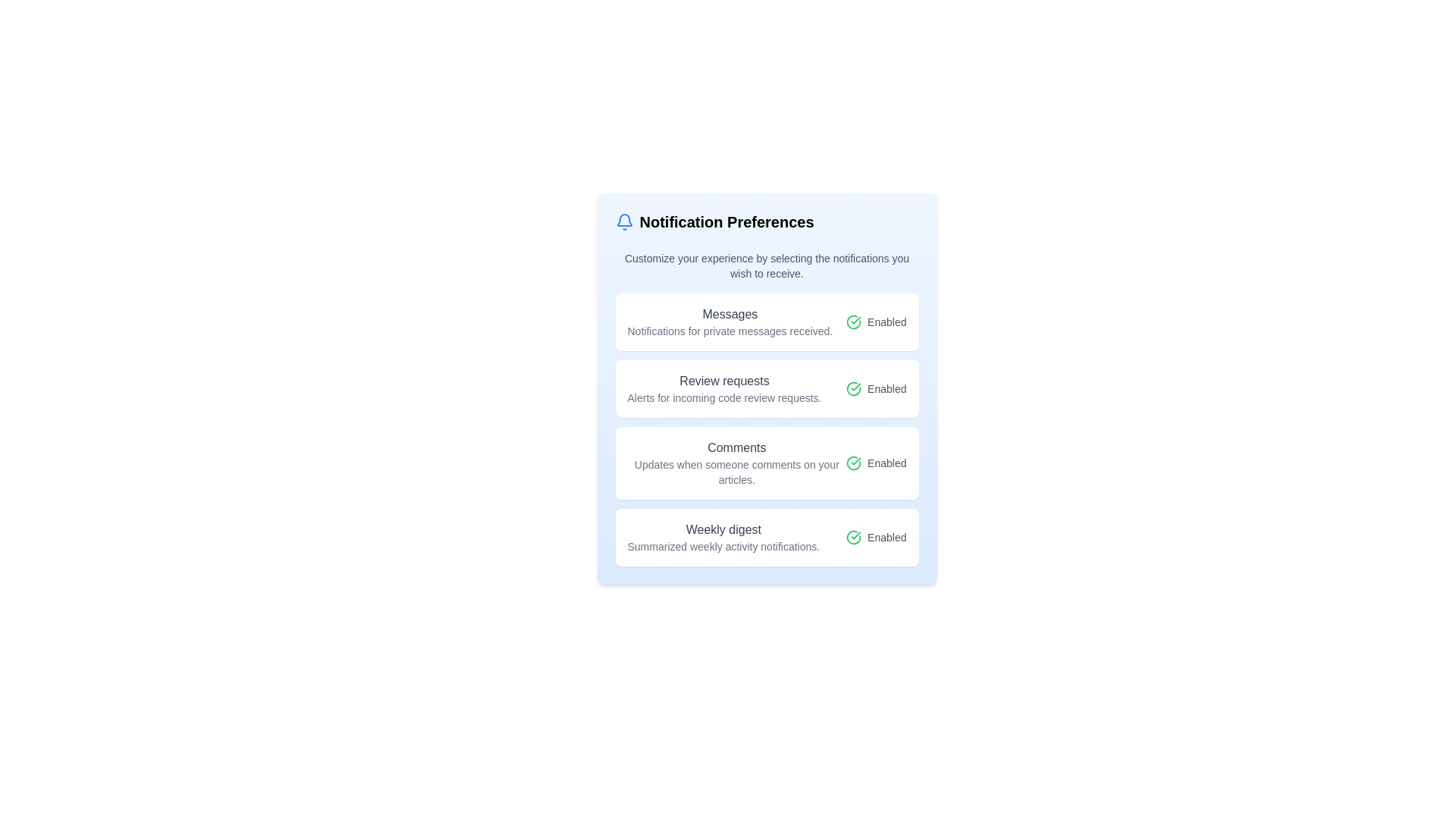 This screenshot has width=1456, height=819. What do you see at coordinates (767, 537) in the screenshot?
I see `the fourth list item in the notification preferences panel that displays 'Weekly digest' with its corresponding green checkmark icon` at bounding box center [767, 537].